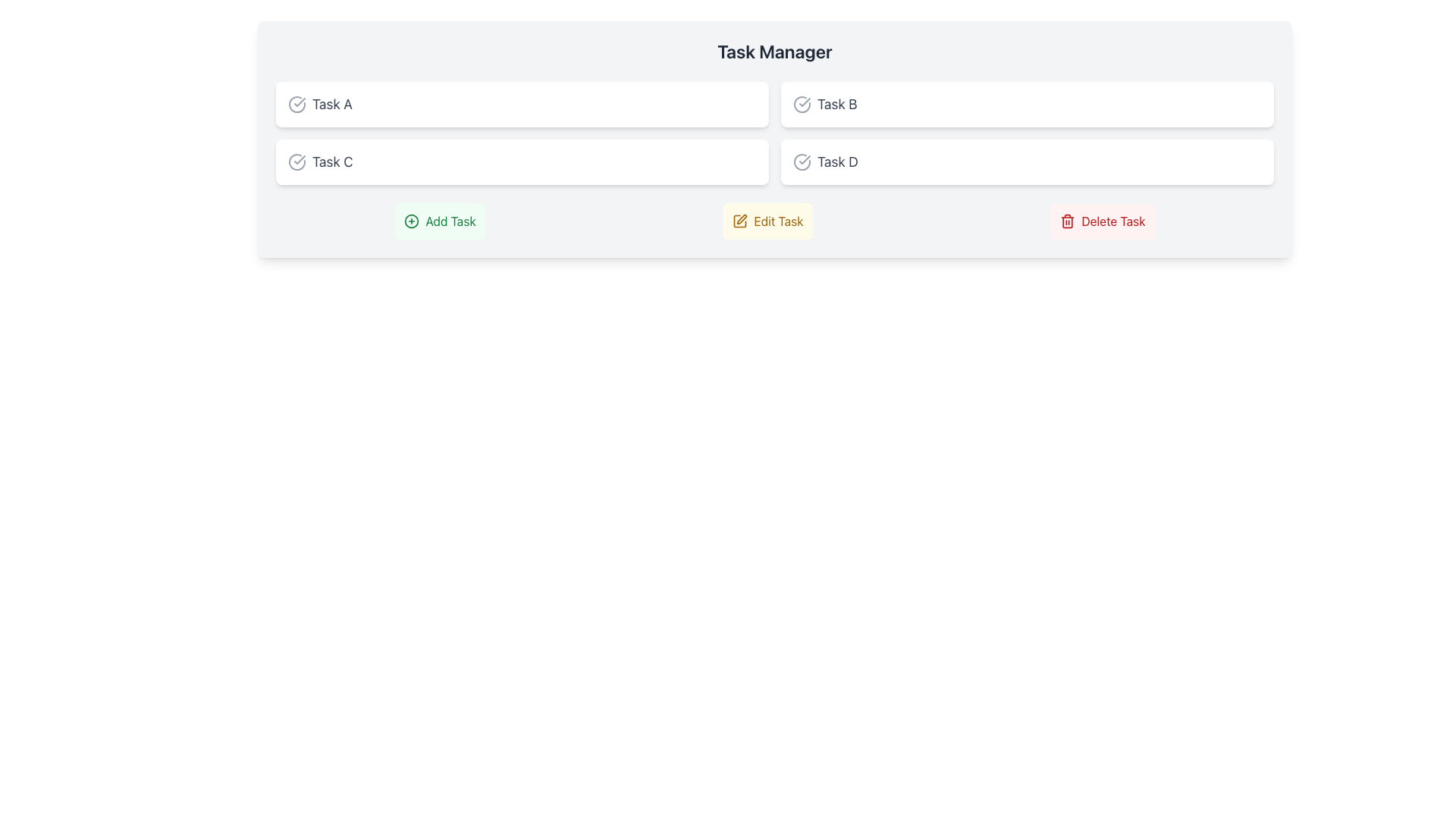  I want to click on the 'Add Task' button, which has a green background, rounded edges, and white text, to initiate the addition of a new task, so click(439, 221).